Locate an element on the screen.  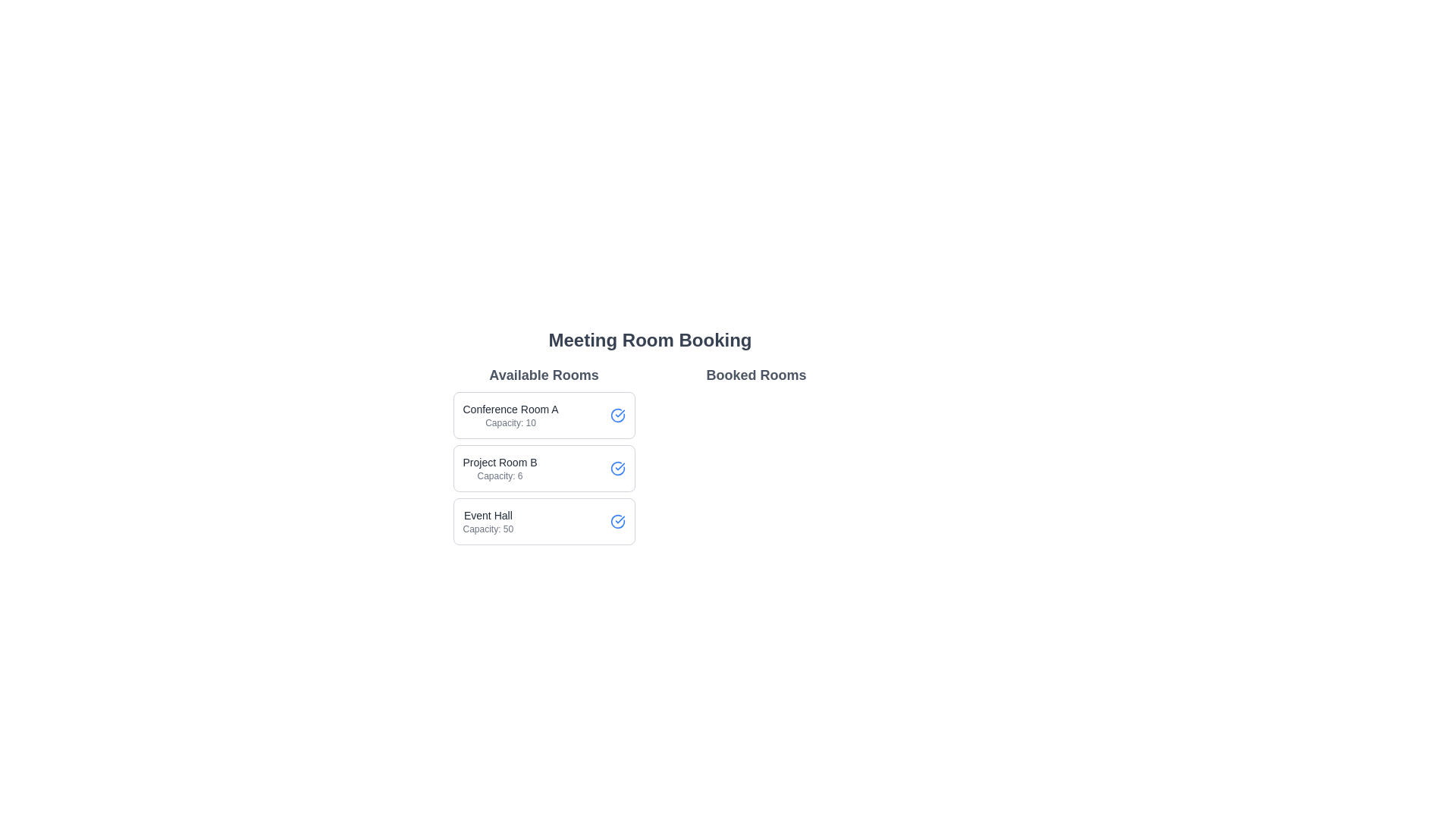
the Text informational display for the first room entry under the 'Available Rooms' section that provides details about the meeting room is located at coordinates (510, 415).